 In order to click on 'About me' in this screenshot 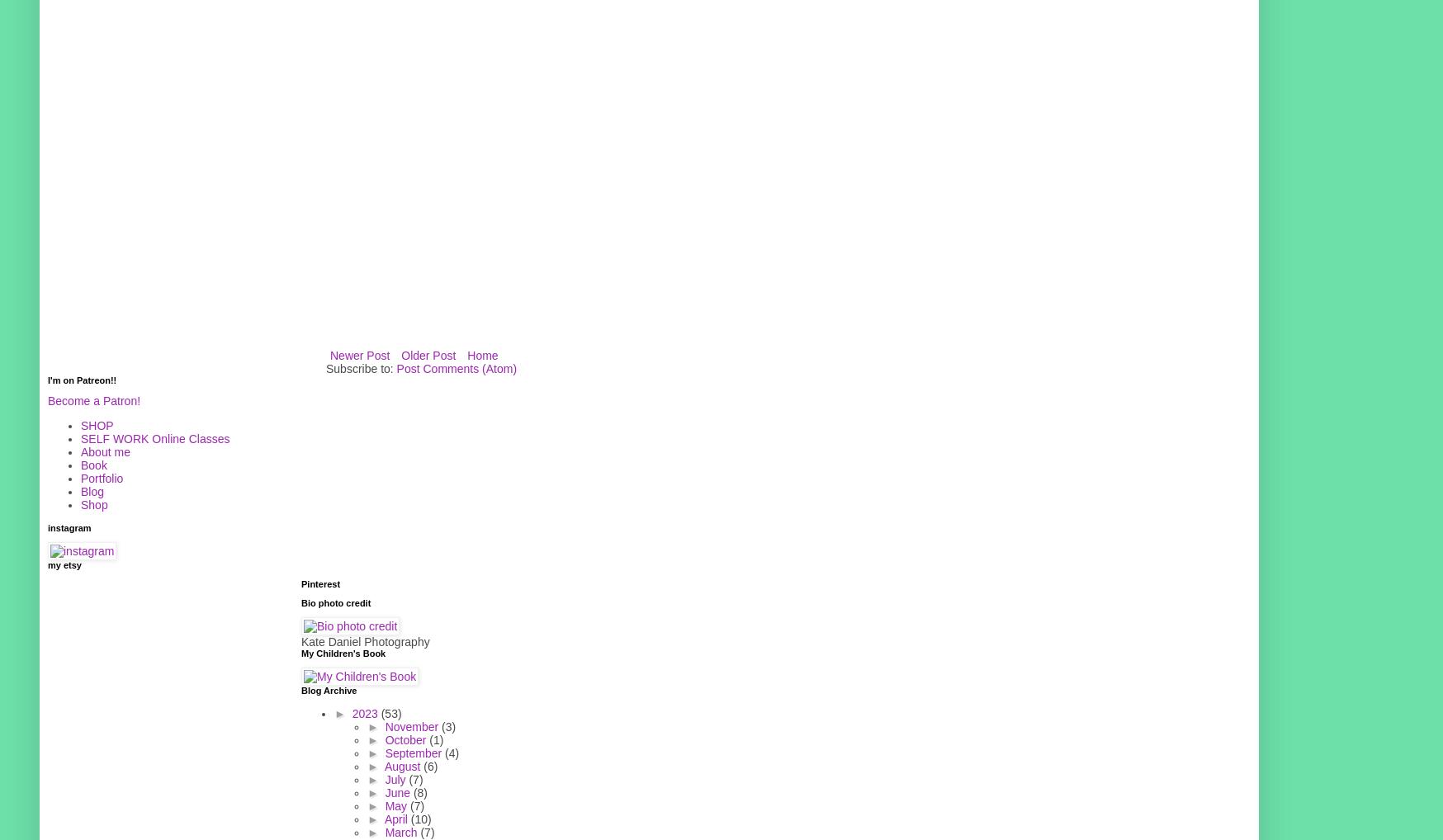, I will do `click(81, 450)`.